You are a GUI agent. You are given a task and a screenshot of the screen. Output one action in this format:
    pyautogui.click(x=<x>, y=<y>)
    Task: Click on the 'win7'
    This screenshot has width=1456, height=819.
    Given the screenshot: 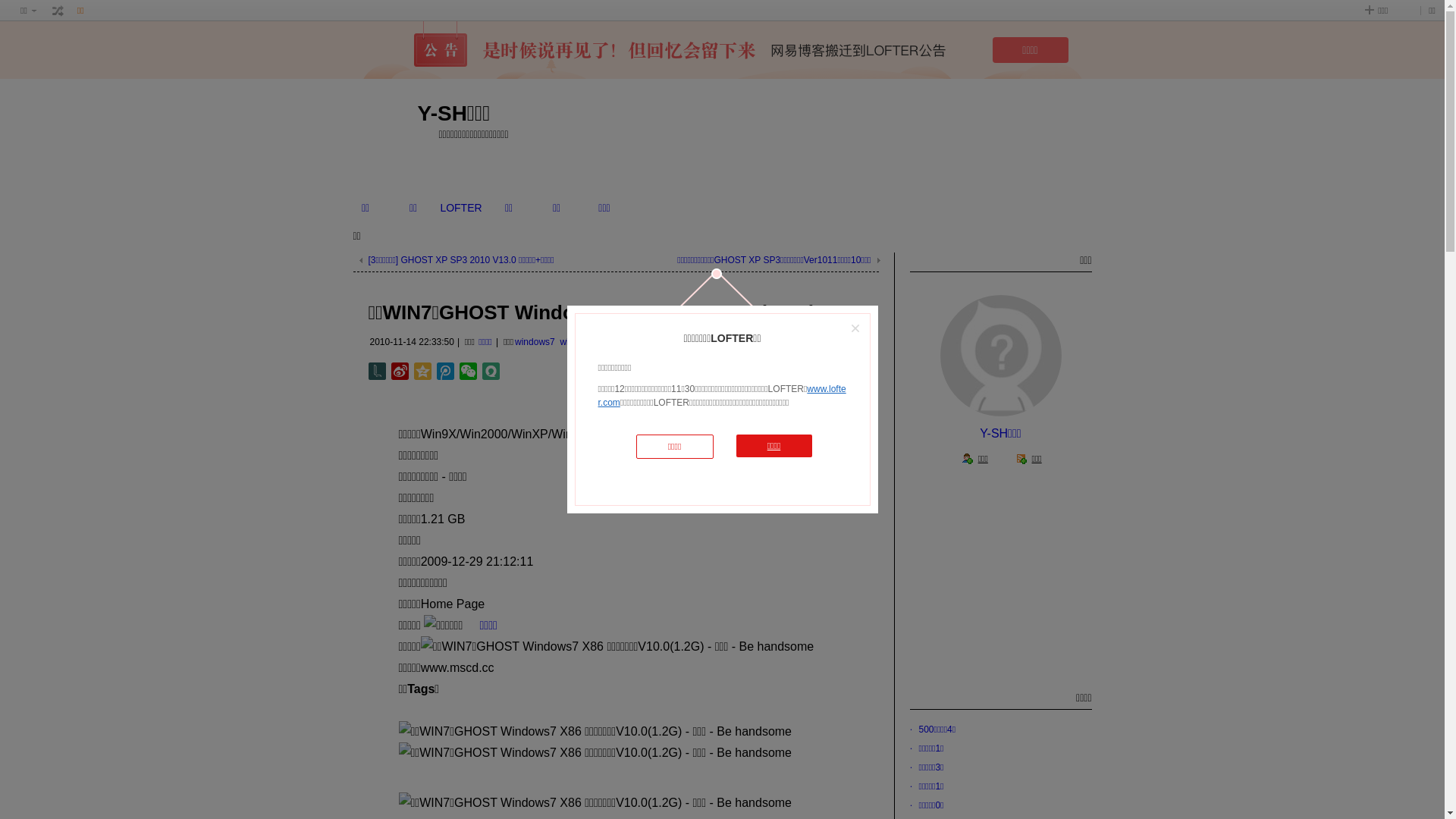 What is the action you would take?
    pyautogui.click(x=568, y=342)
    